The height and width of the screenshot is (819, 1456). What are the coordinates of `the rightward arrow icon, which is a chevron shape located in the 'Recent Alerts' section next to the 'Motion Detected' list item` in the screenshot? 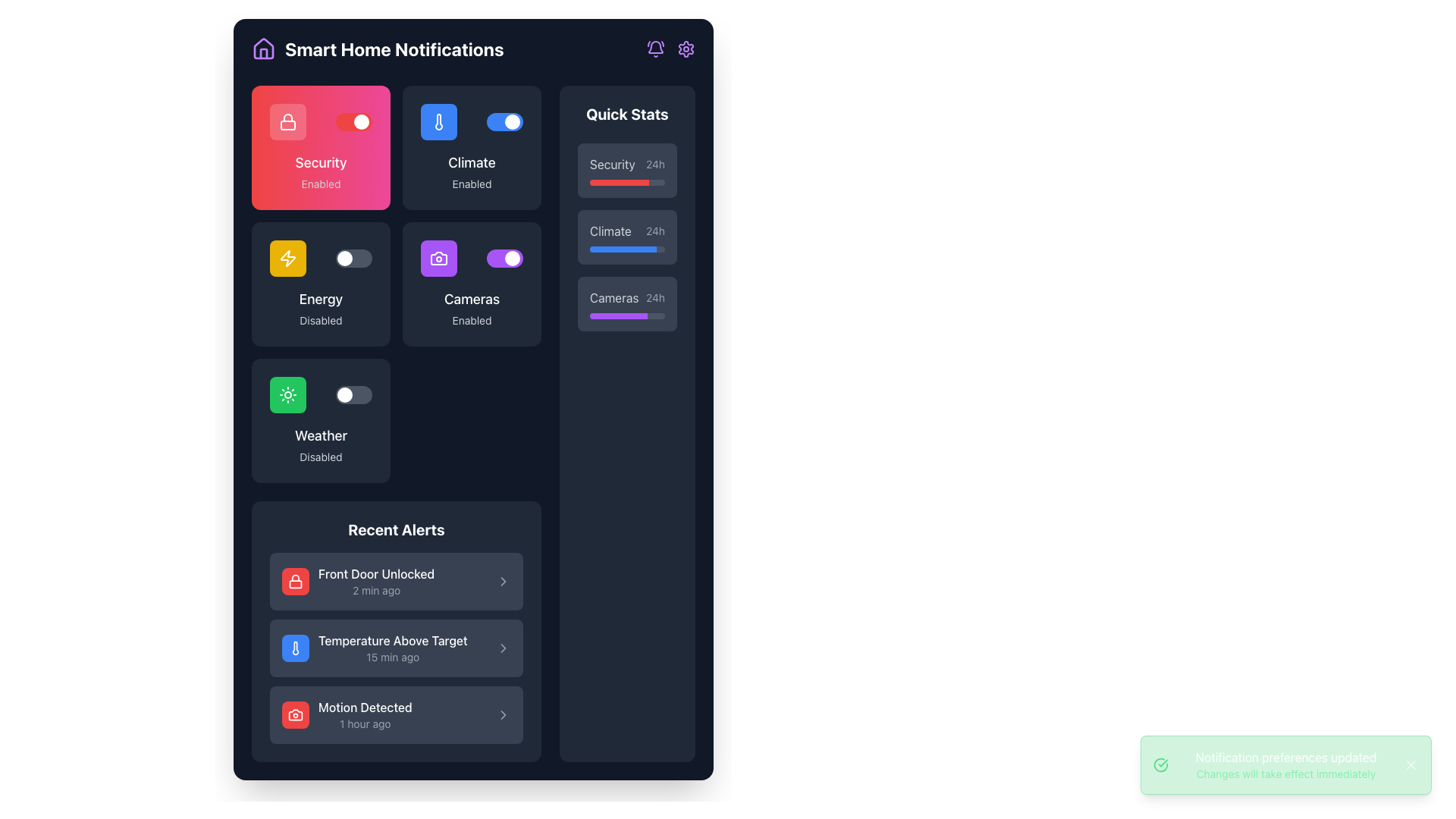 It's located at (503, 714).